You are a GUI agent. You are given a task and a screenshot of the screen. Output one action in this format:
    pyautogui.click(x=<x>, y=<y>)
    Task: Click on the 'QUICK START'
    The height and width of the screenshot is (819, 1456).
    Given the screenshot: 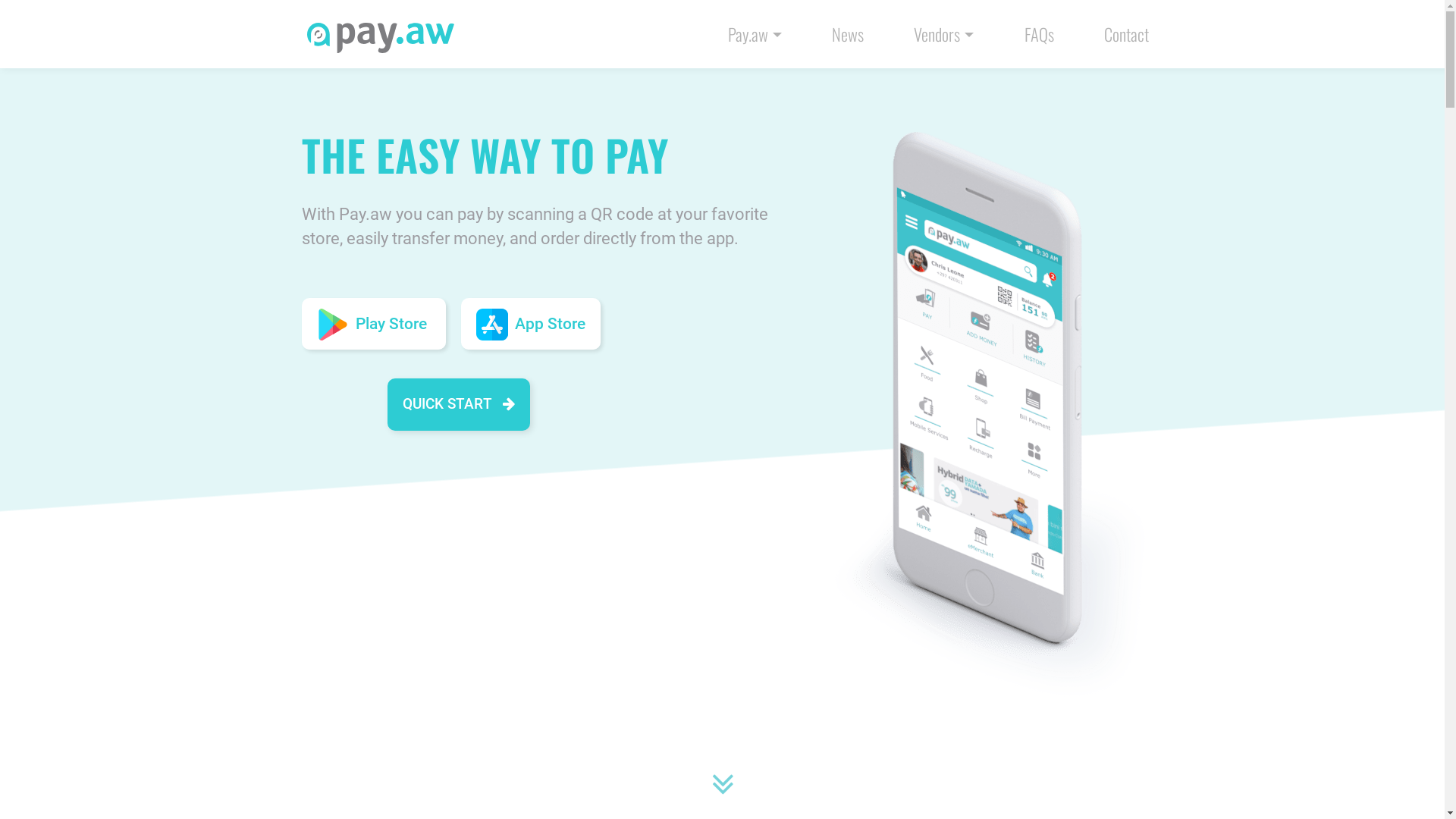 What is the action you would take?
    pyautogui.click(x=457, y=403)
    